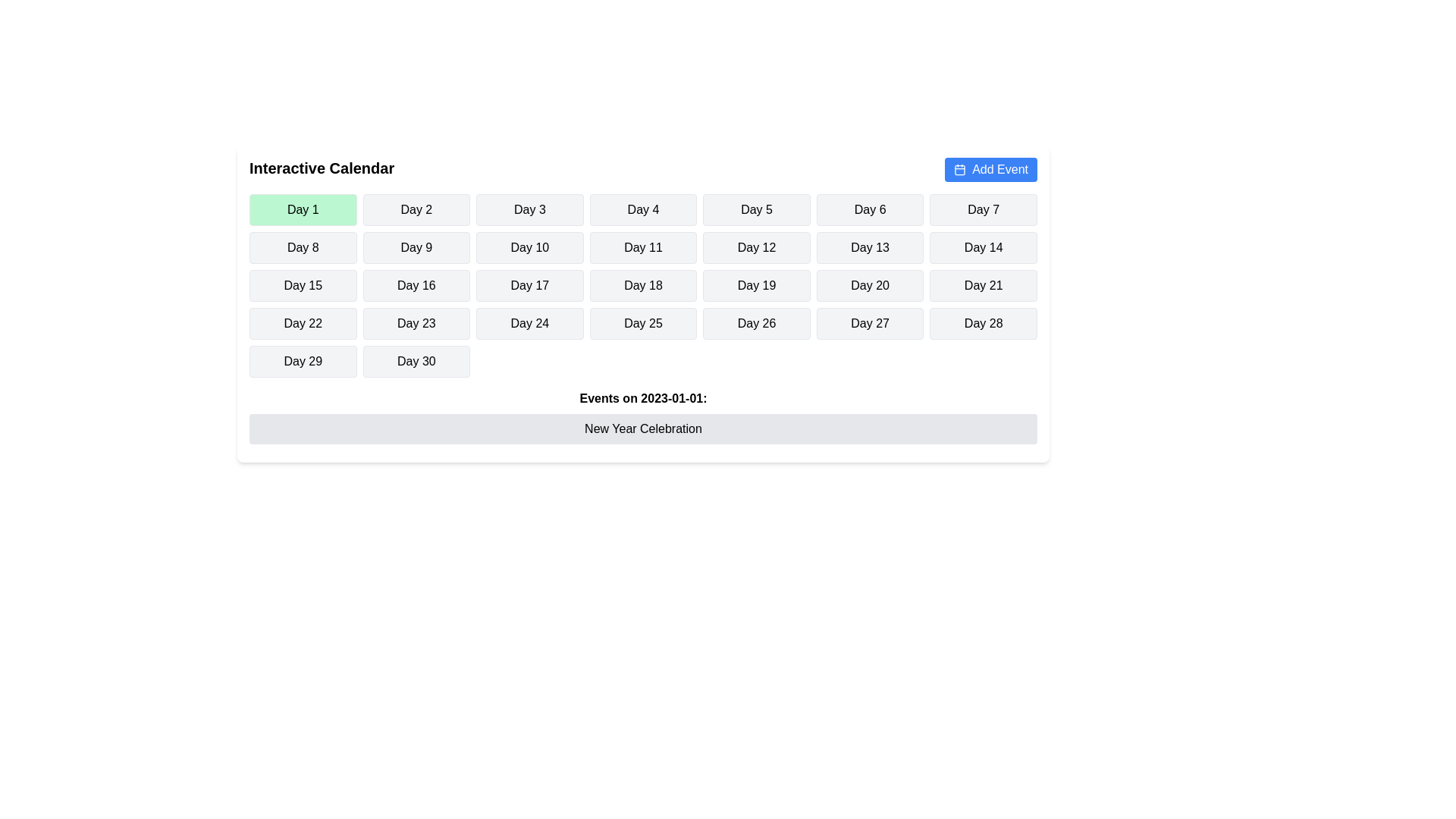 The image size is (1456, 819). Describe the element at coordinates (303, 247) in the screenshot. I see `the 'Day 8' button, which is a rectangular button with a light gray background and rounded corners, located in the second row's first column of the grid layout` at that location.